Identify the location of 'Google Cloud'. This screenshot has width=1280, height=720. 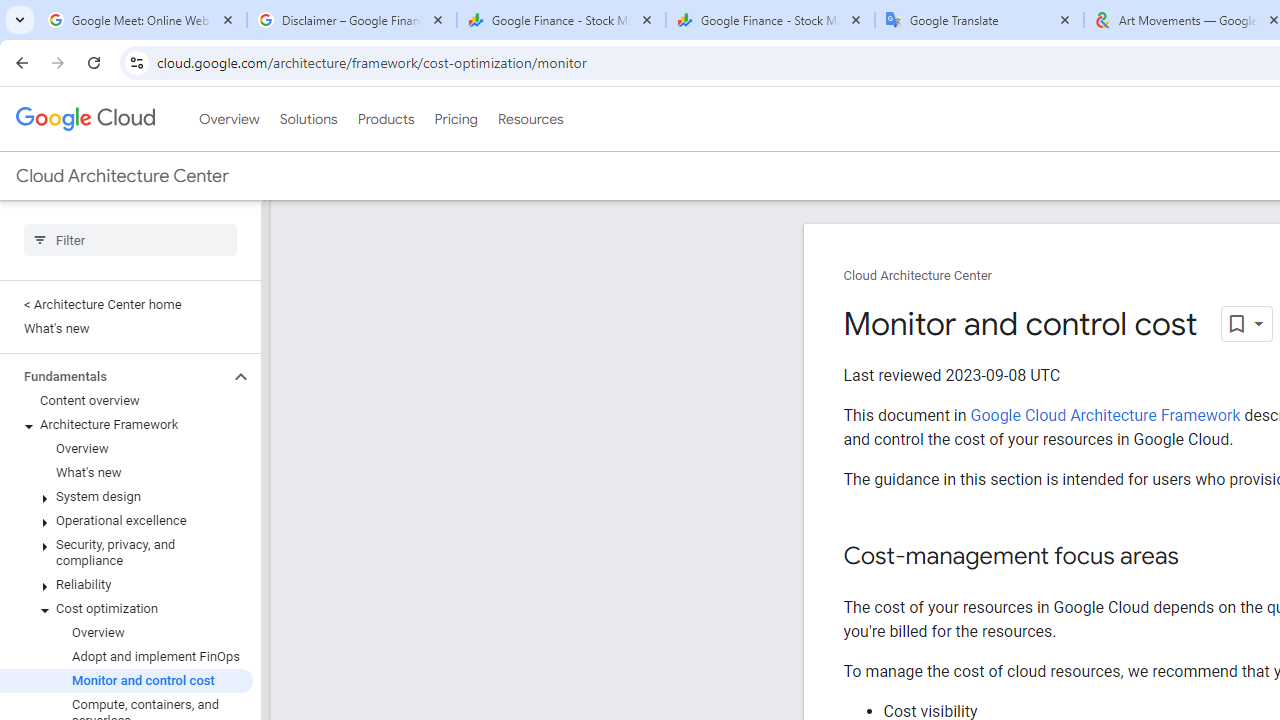
(84, 119).